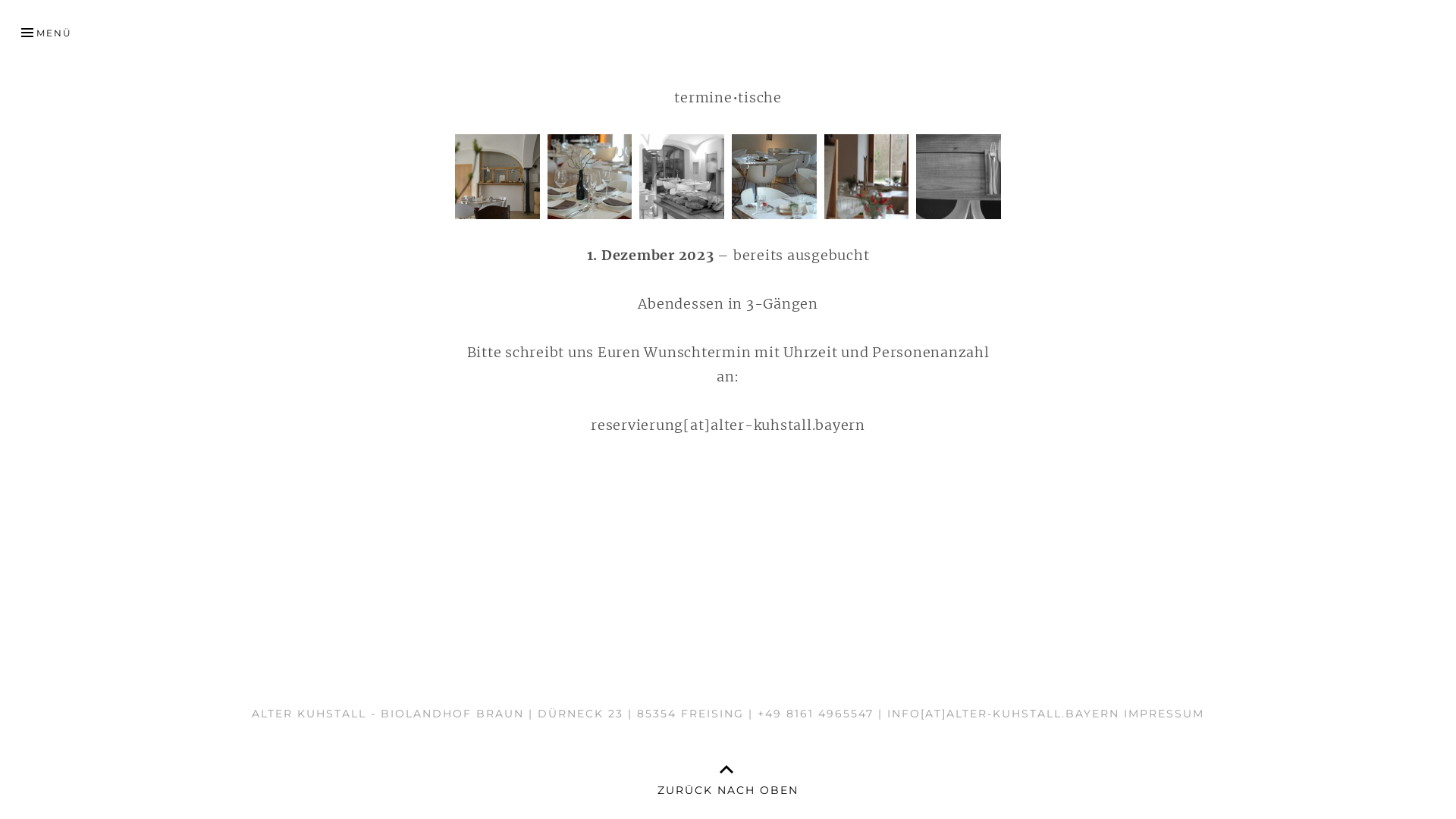 The image size is (1456, 819). Describe the element at coordinates (607, 175) in the screenshot. I see `'Raum 3'` at that location.